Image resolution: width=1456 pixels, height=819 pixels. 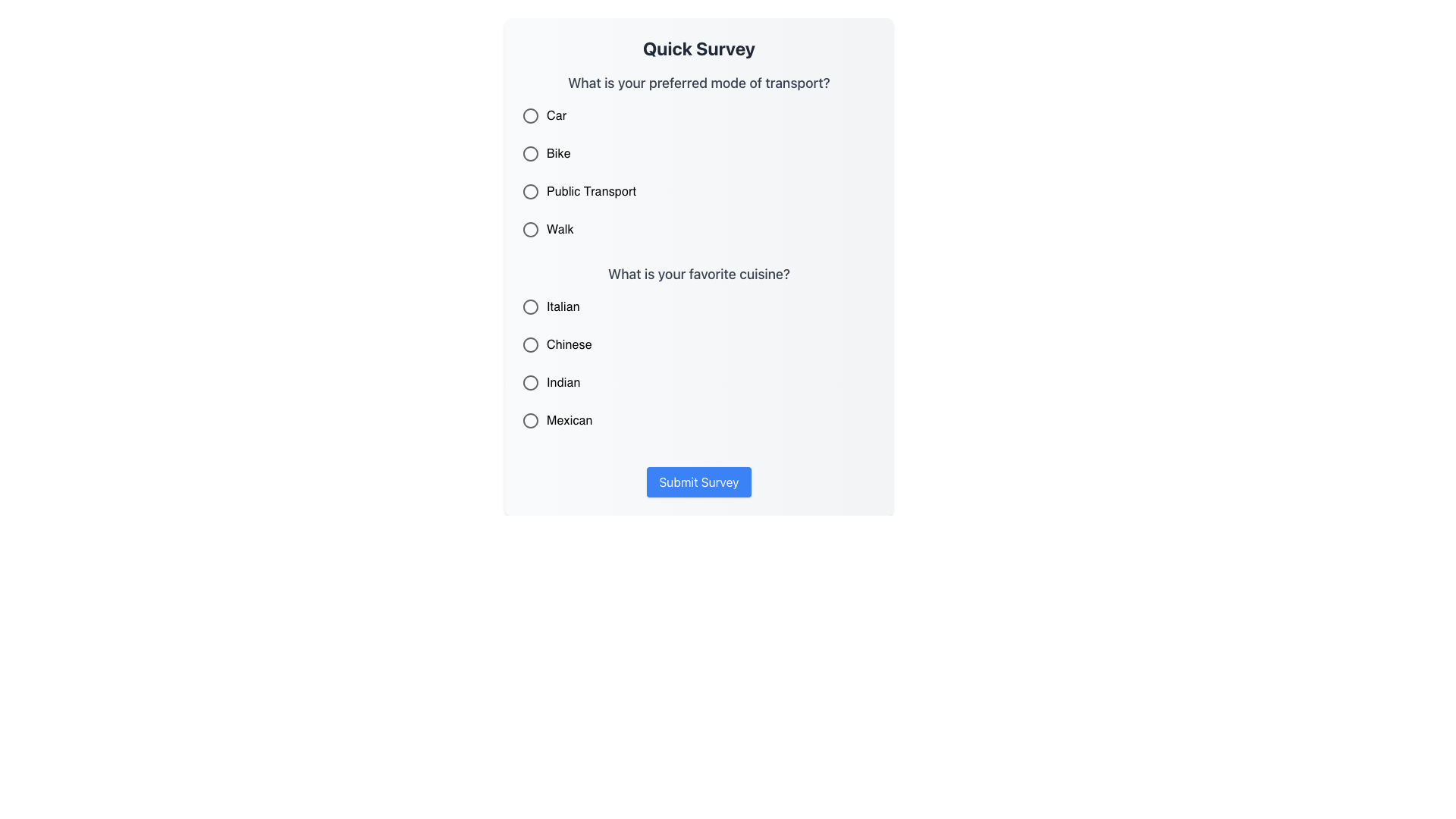 What do you see at coordinates (688, 154) in the screenshot?
I see `the 'Bike' radio button option in the survey` at bounding box center [688, 154].